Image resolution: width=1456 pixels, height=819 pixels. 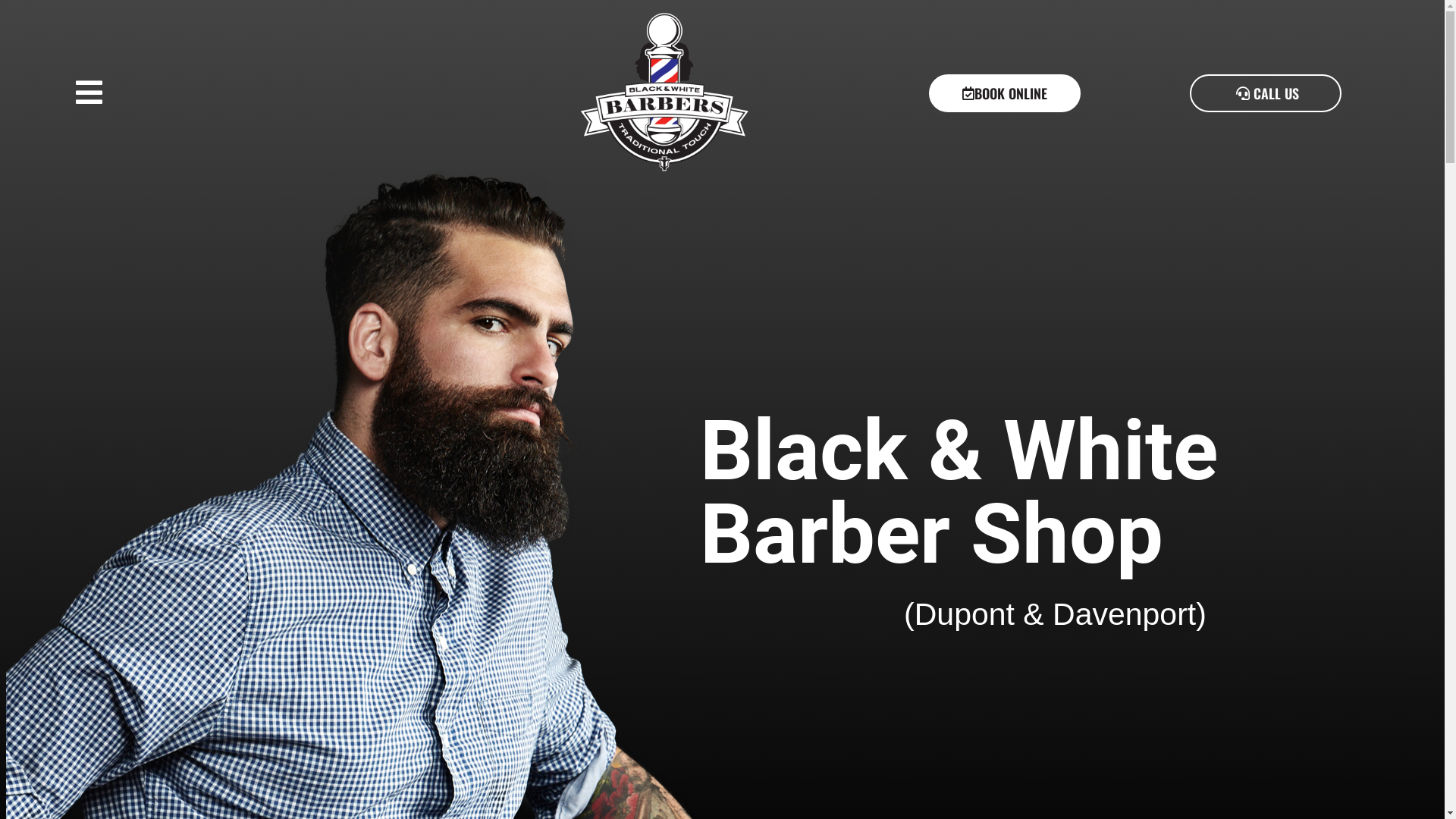 What do you see at coordinates (1266, 93) in the screenshot?
I see `'CALL US'` at bounding box center [1266, 93].